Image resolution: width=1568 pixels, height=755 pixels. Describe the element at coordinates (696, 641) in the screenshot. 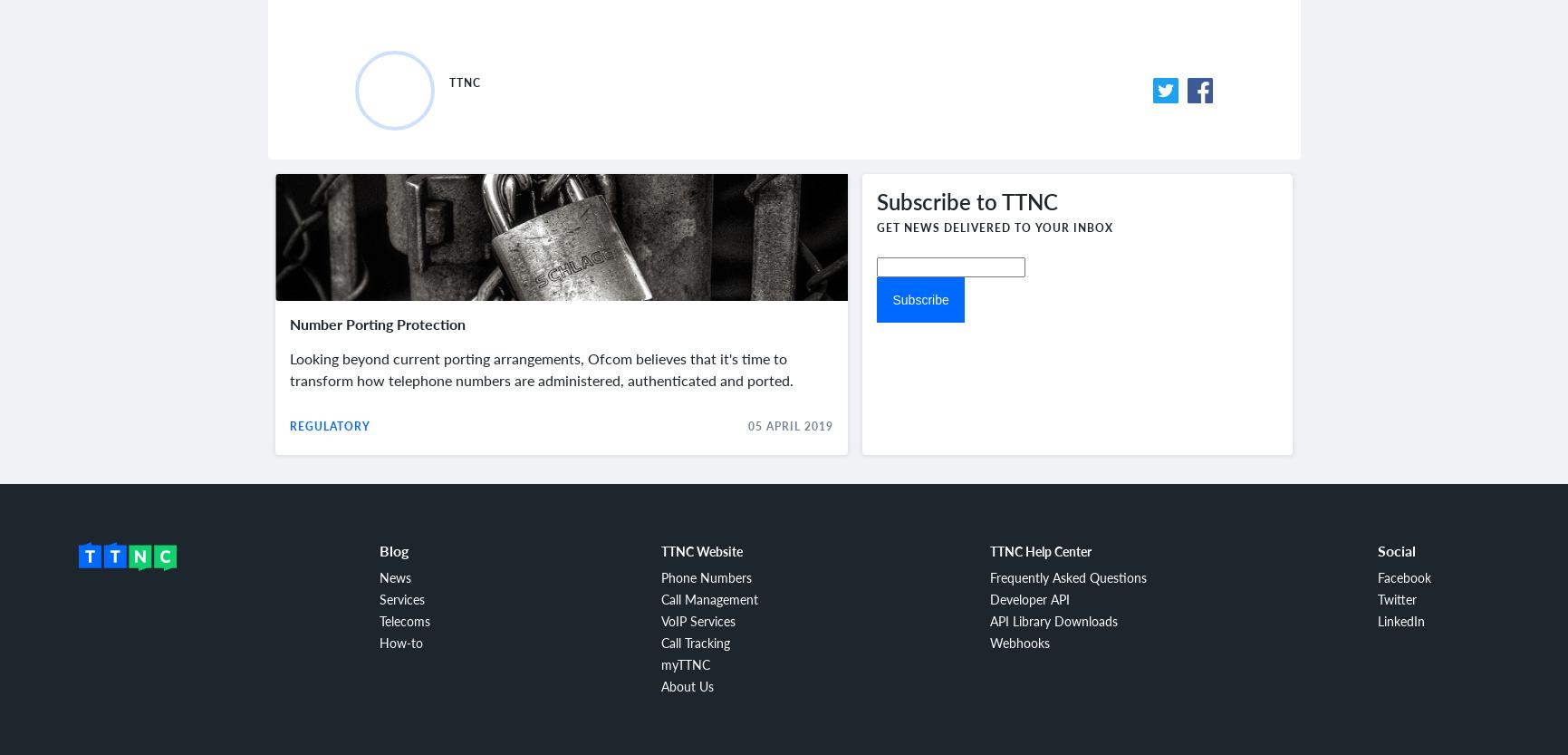

I see `'Call Tracking'` at that location.